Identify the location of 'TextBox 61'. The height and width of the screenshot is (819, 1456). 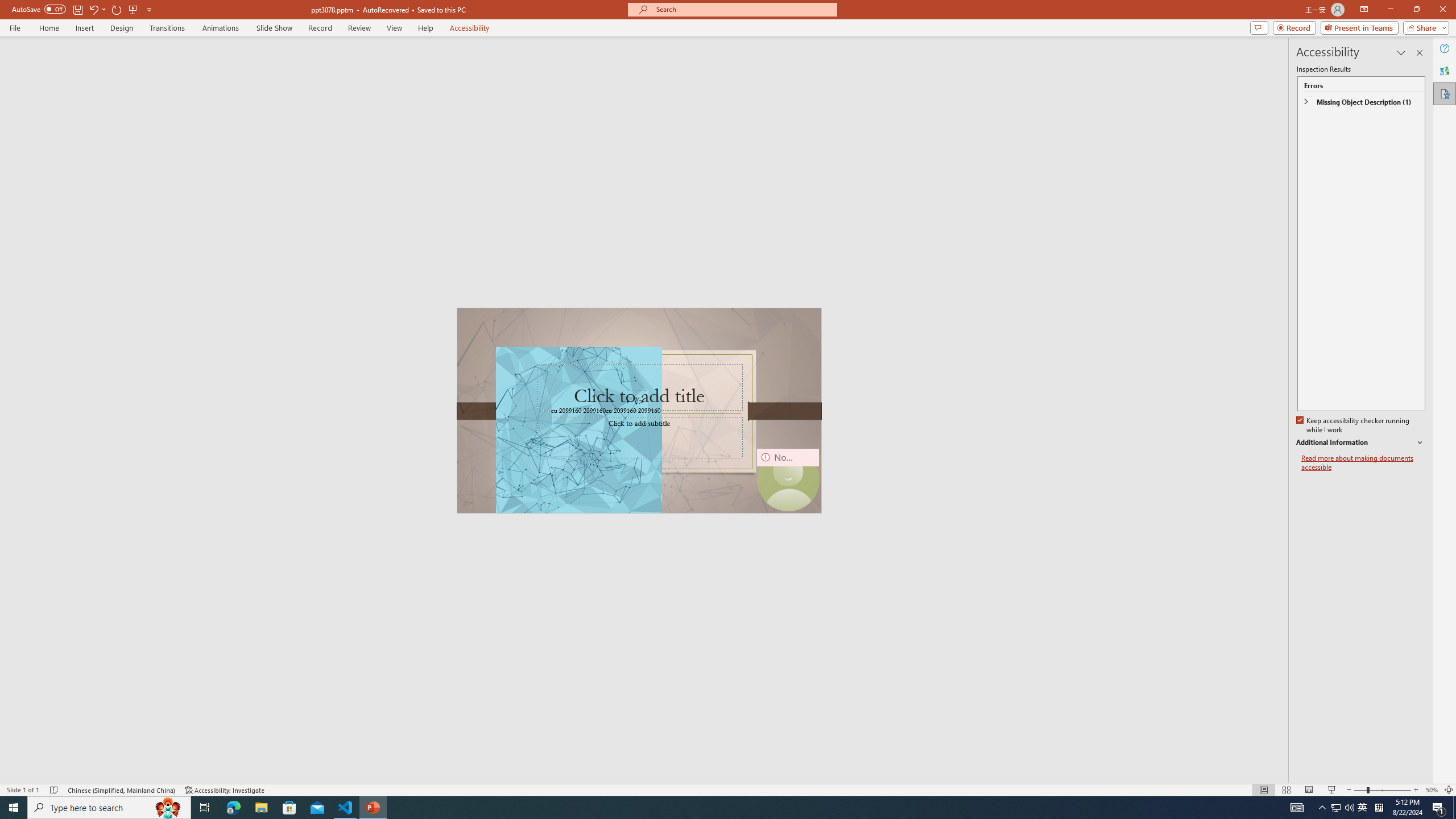
(638, 411).